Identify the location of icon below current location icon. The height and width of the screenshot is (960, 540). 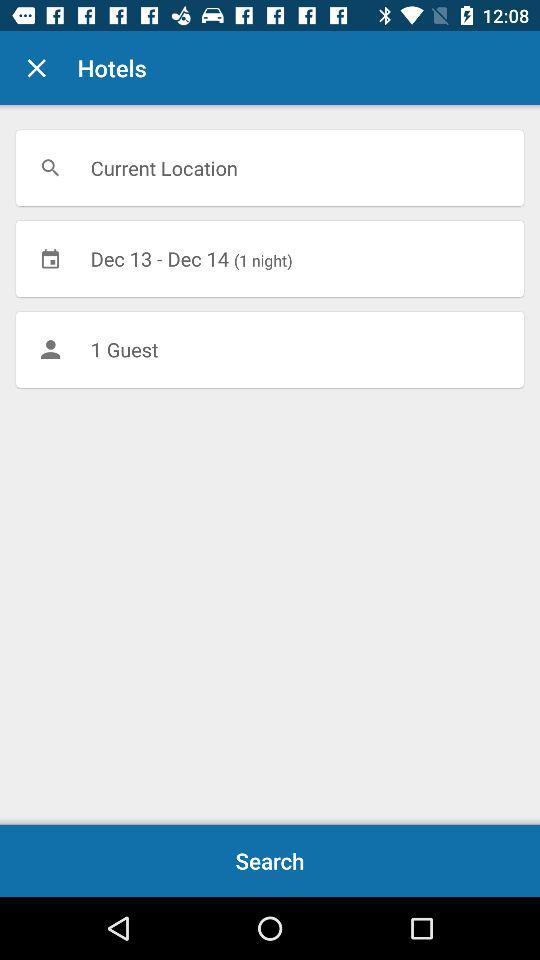
(270, 257).